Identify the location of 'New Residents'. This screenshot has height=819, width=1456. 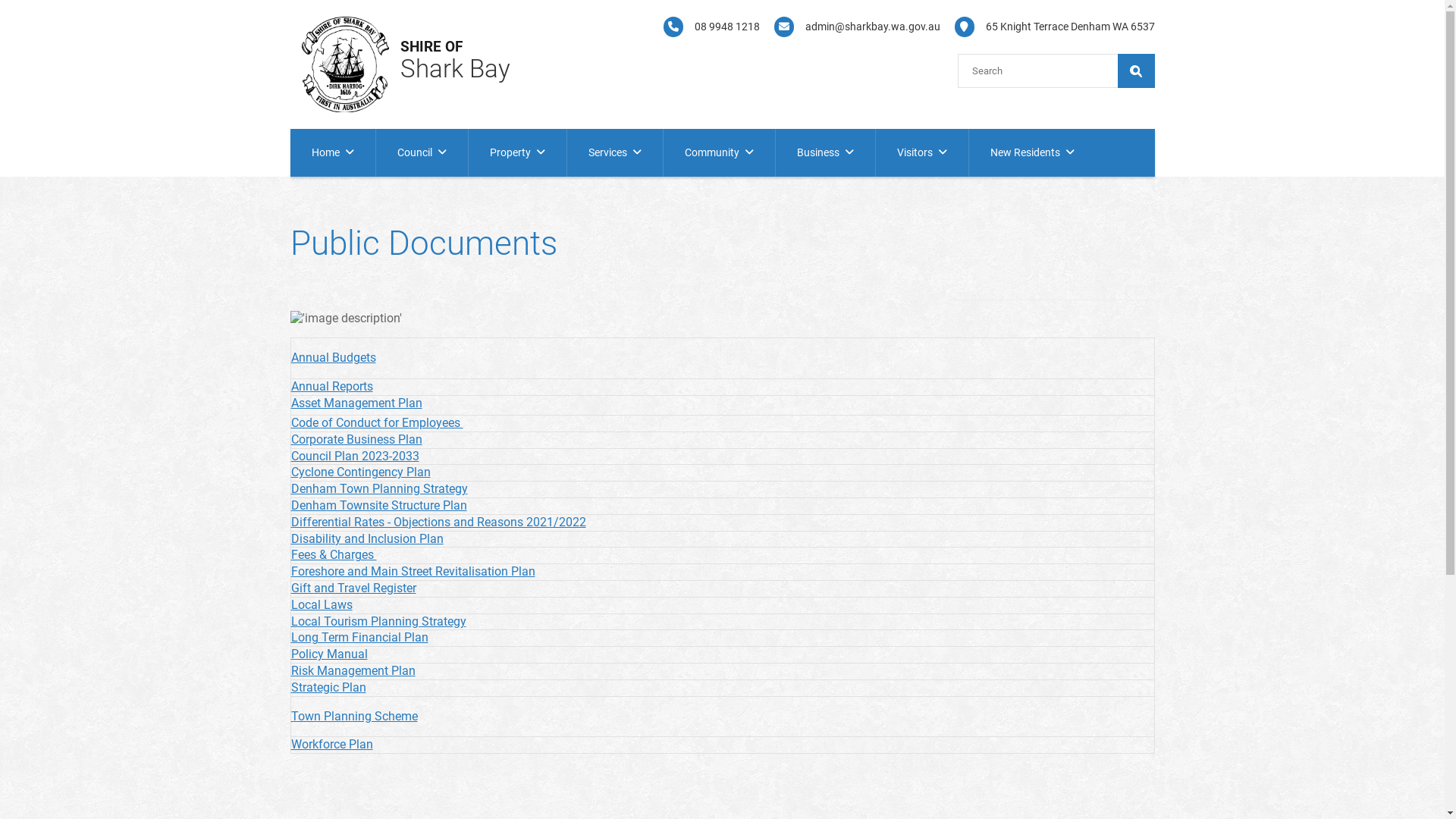
(1031, 152).